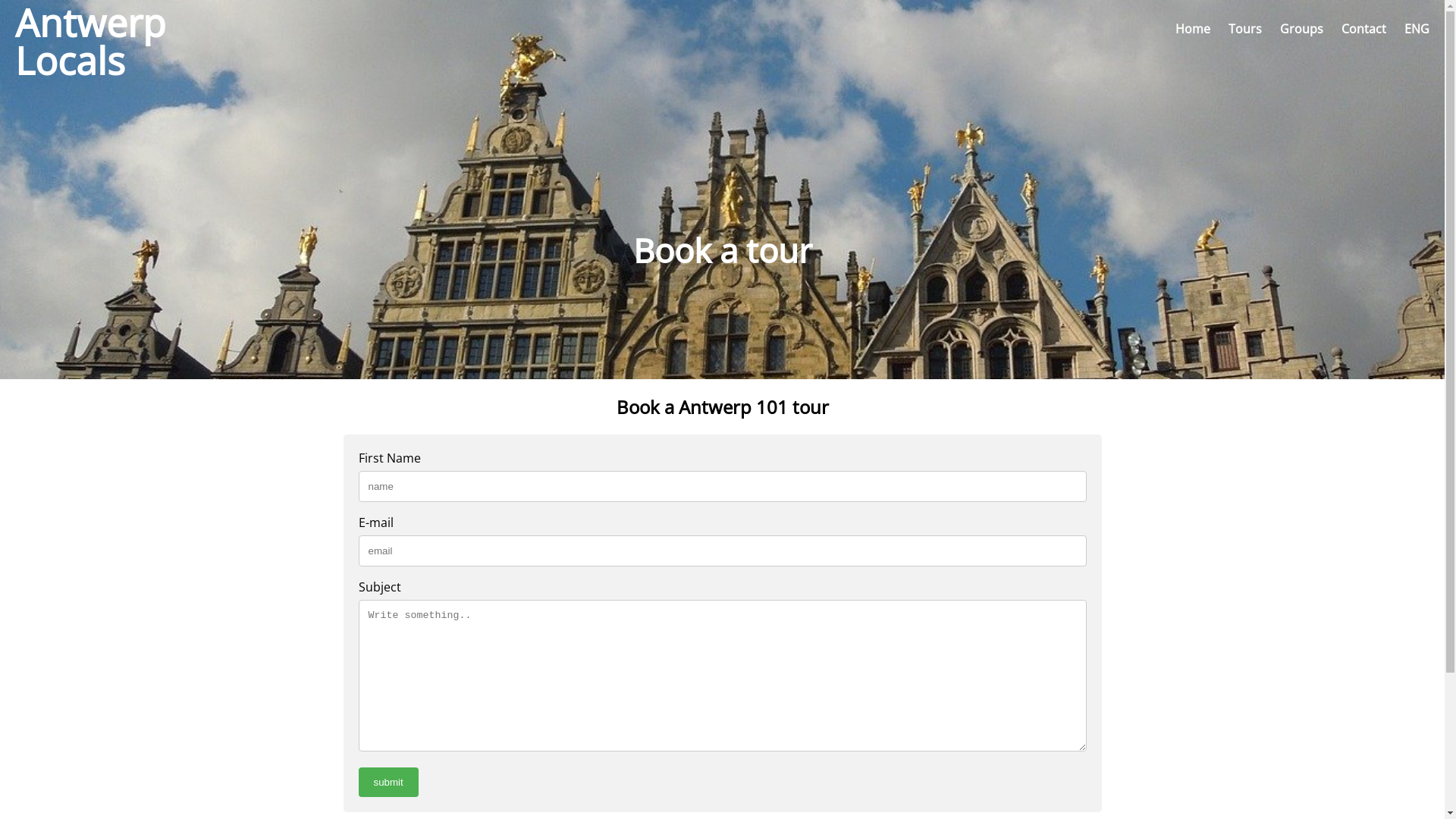 This screenshot has width=1456, height=819. What do you see at coordinates (1244, 29) in the screenshot?
I see `'Tours'` at bounding box center [1244, 29].